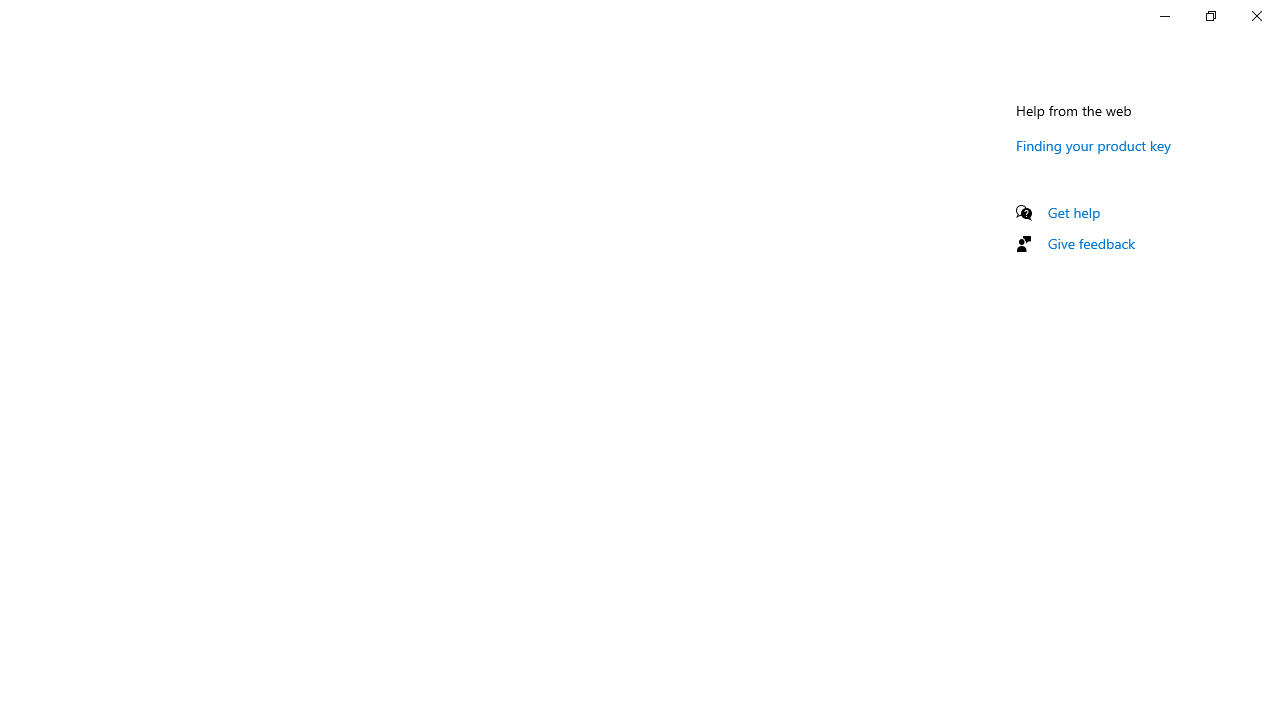 This screenshot has width=1280, height=720. I want to click on 'Get help', so click(1073, 212).